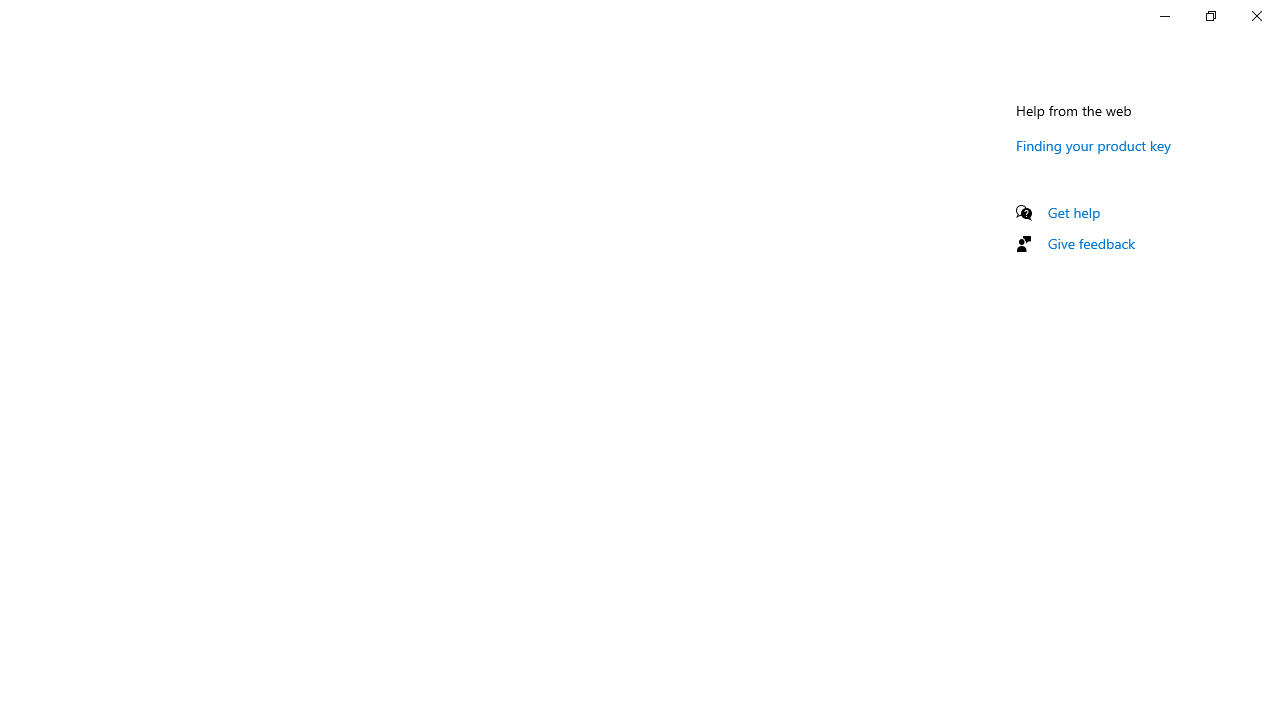 This screenshot has width=1280, height=720. I want to click on 'Get help', so click(1073, 212).